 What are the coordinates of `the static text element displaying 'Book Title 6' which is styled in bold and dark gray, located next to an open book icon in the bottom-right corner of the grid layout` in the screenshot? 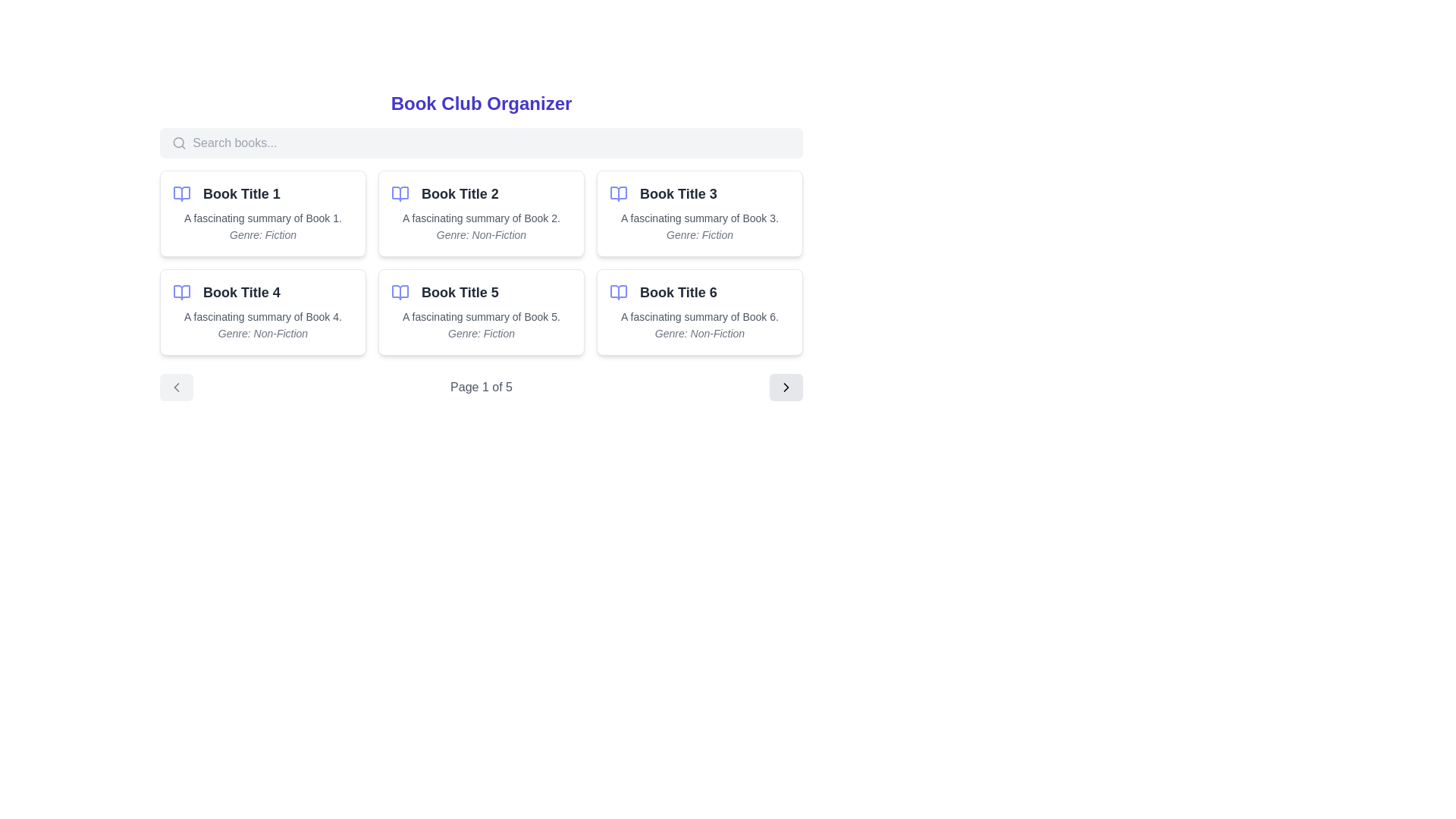 It's located at (677, 292).